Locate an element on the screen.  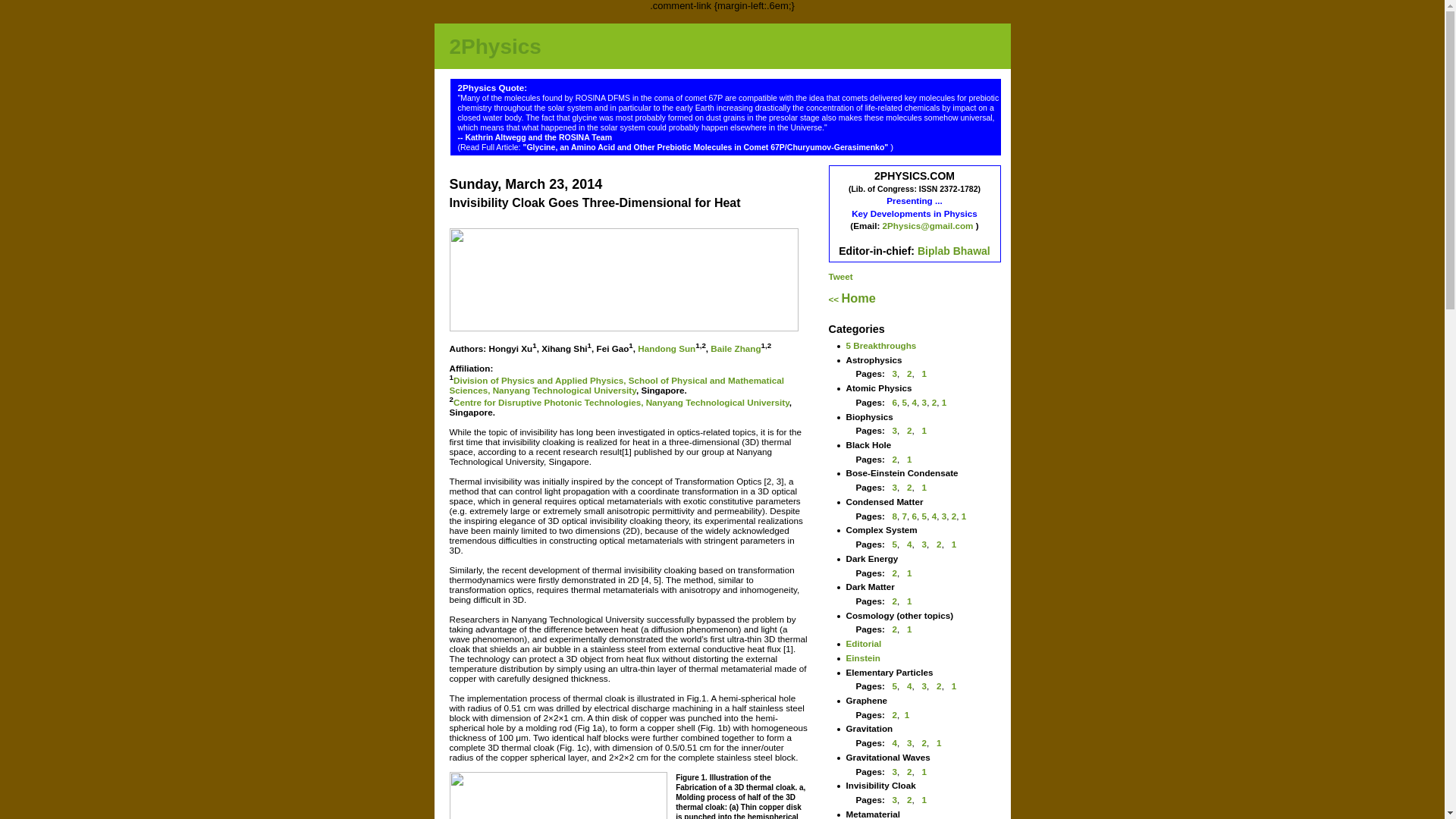
'Biplab Bhawal' is located at coordinates (916, 250).